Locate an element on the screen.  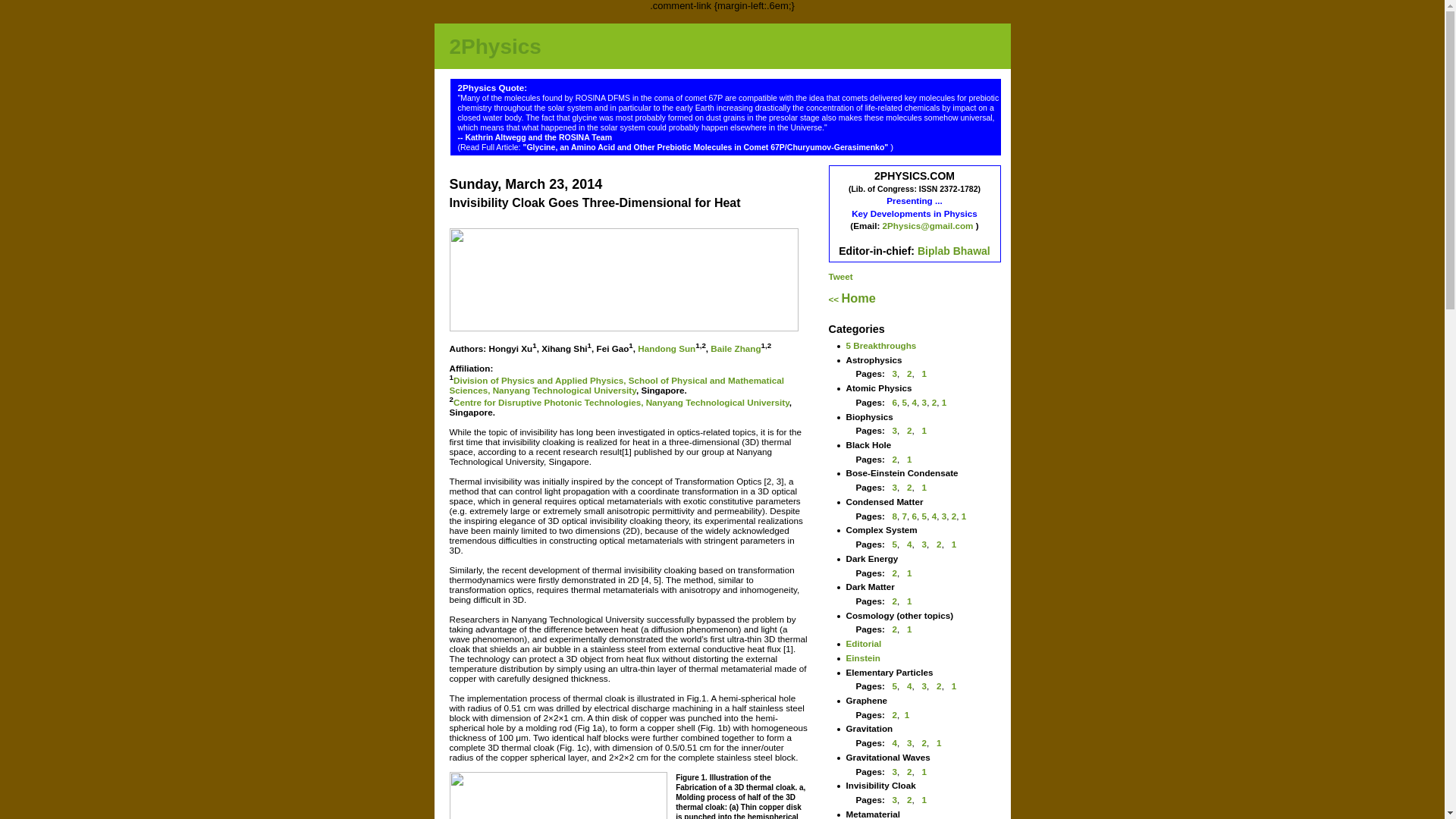
'Biplab Bhawal' is located at coordinates (916, 250).